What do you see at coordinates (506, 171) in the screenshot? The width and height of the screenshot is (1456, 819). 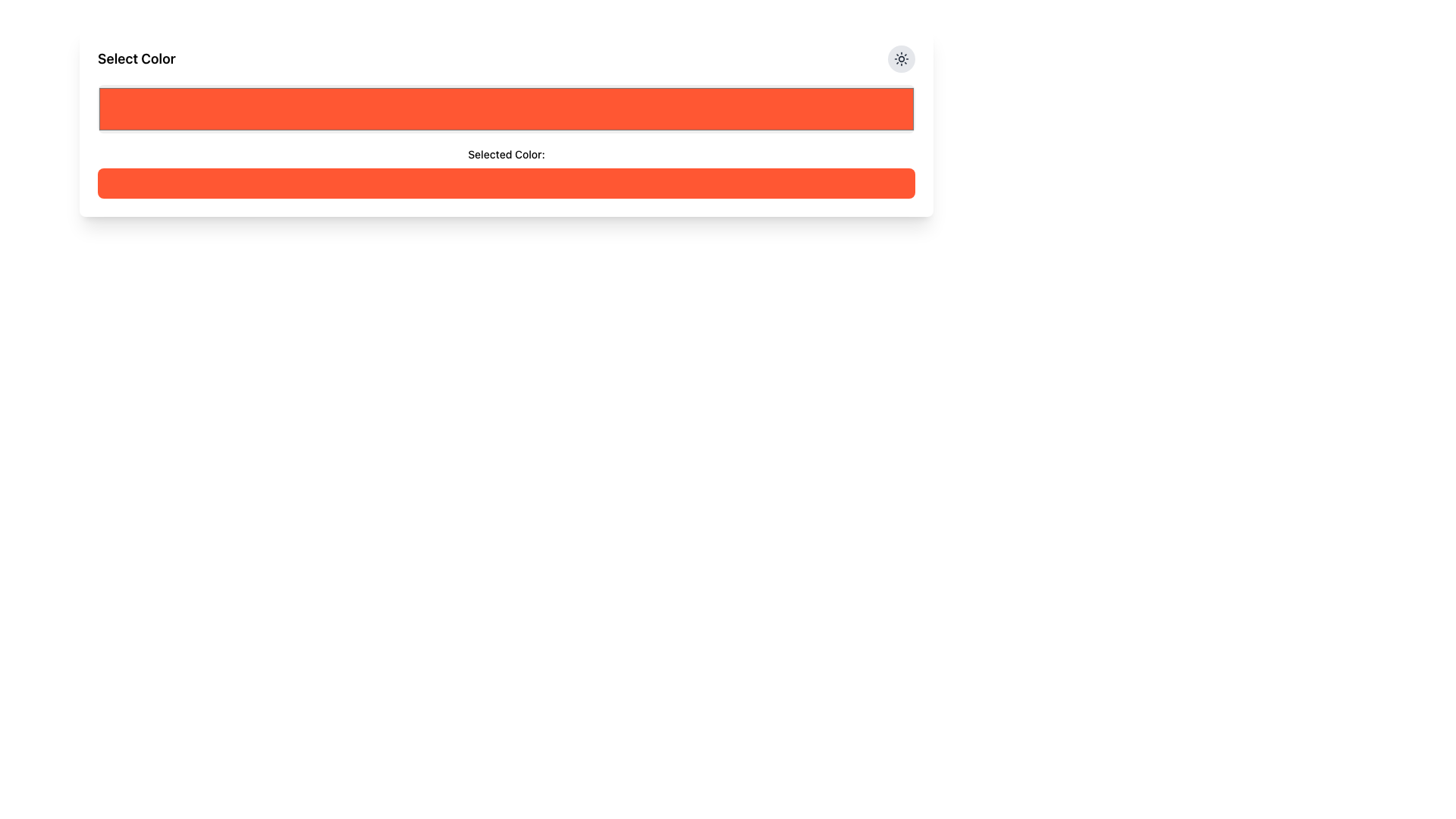 I see `label of the Composite component that displays 'Selected Color:' above the orange-toned color preview bar` at bounding box center [506, 171].